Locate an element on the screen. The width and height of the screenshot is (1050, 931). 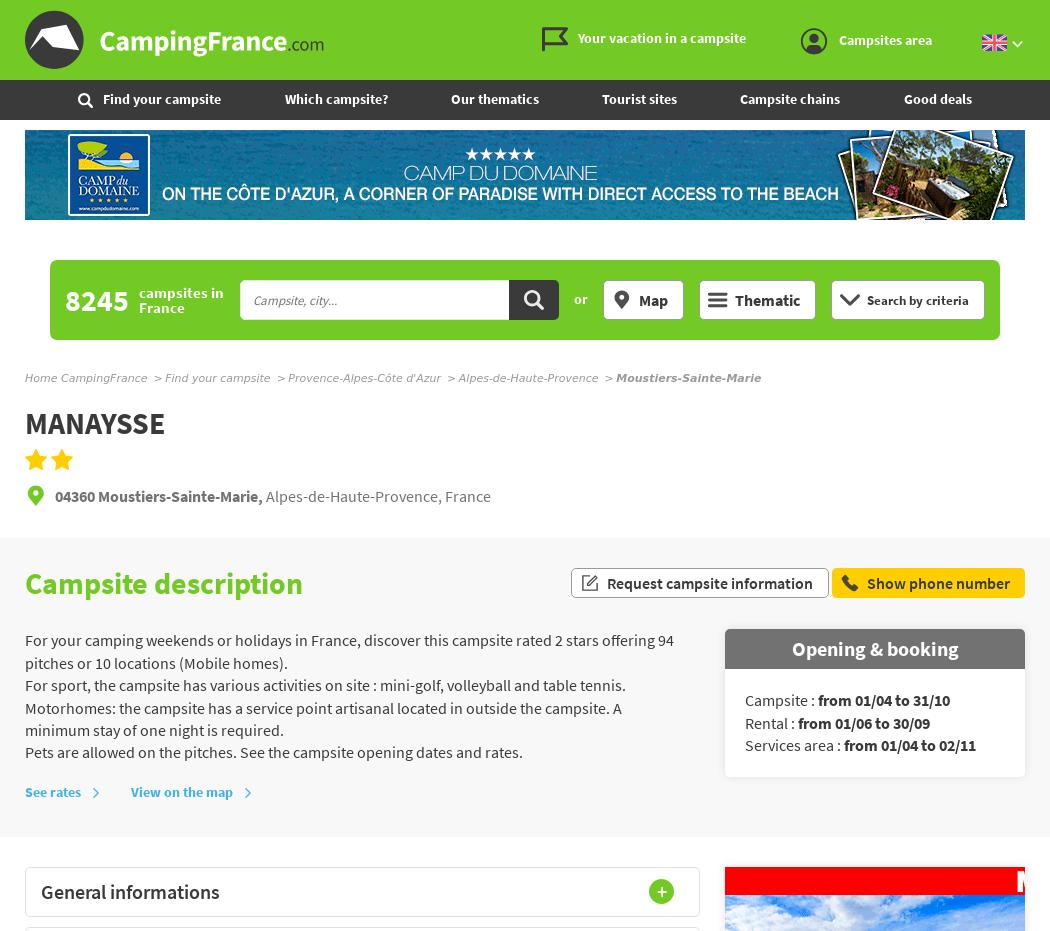
'Tourist sites' is located at coordinates (638, 98).